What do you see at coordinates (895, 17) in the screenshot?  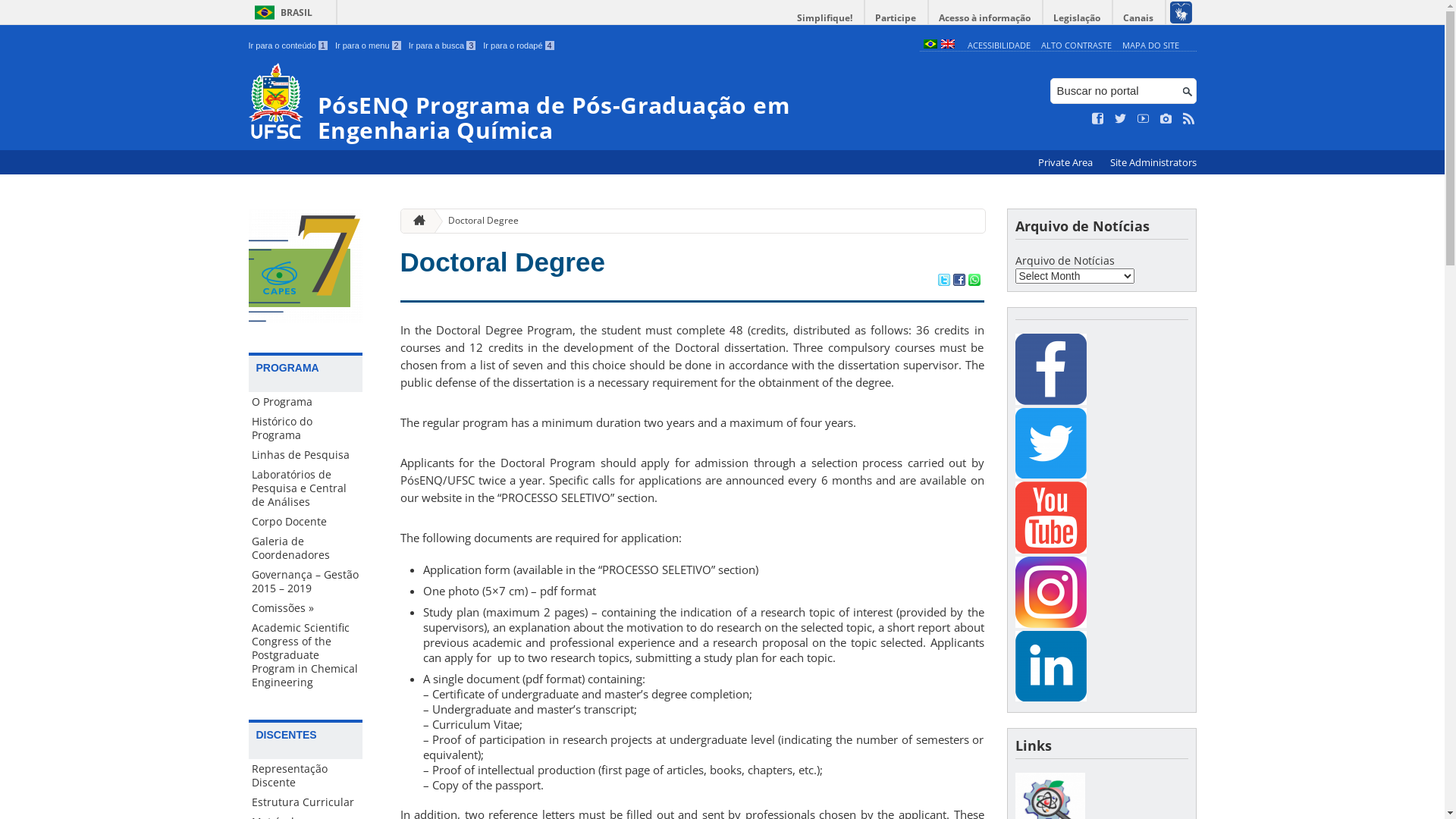 I see `'Participe'` at bounding box center [895, 17].